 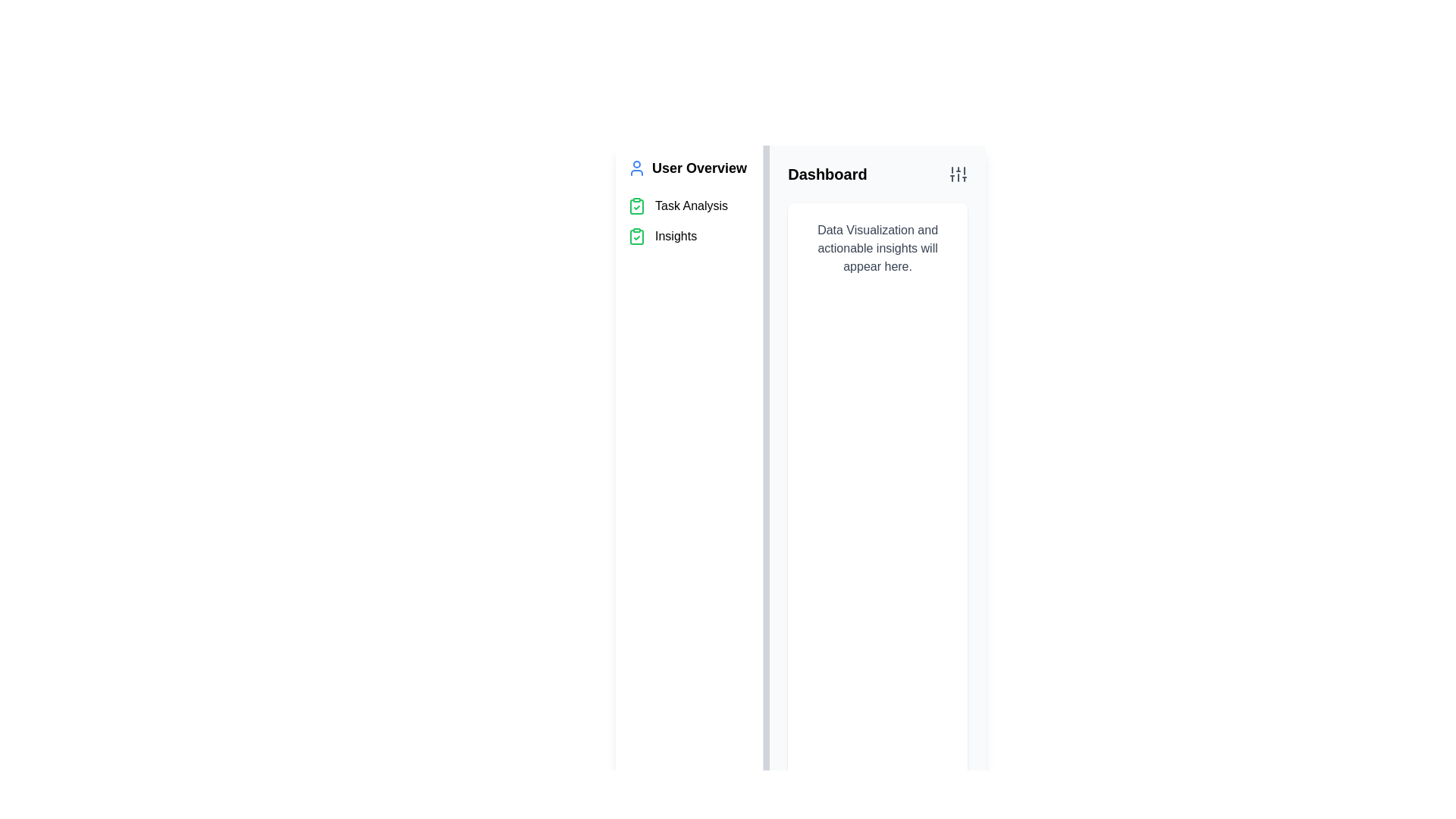 I want to click on the Settings or Controls icon located at the top right corner of the dashboard, so click(x=957, y=174).